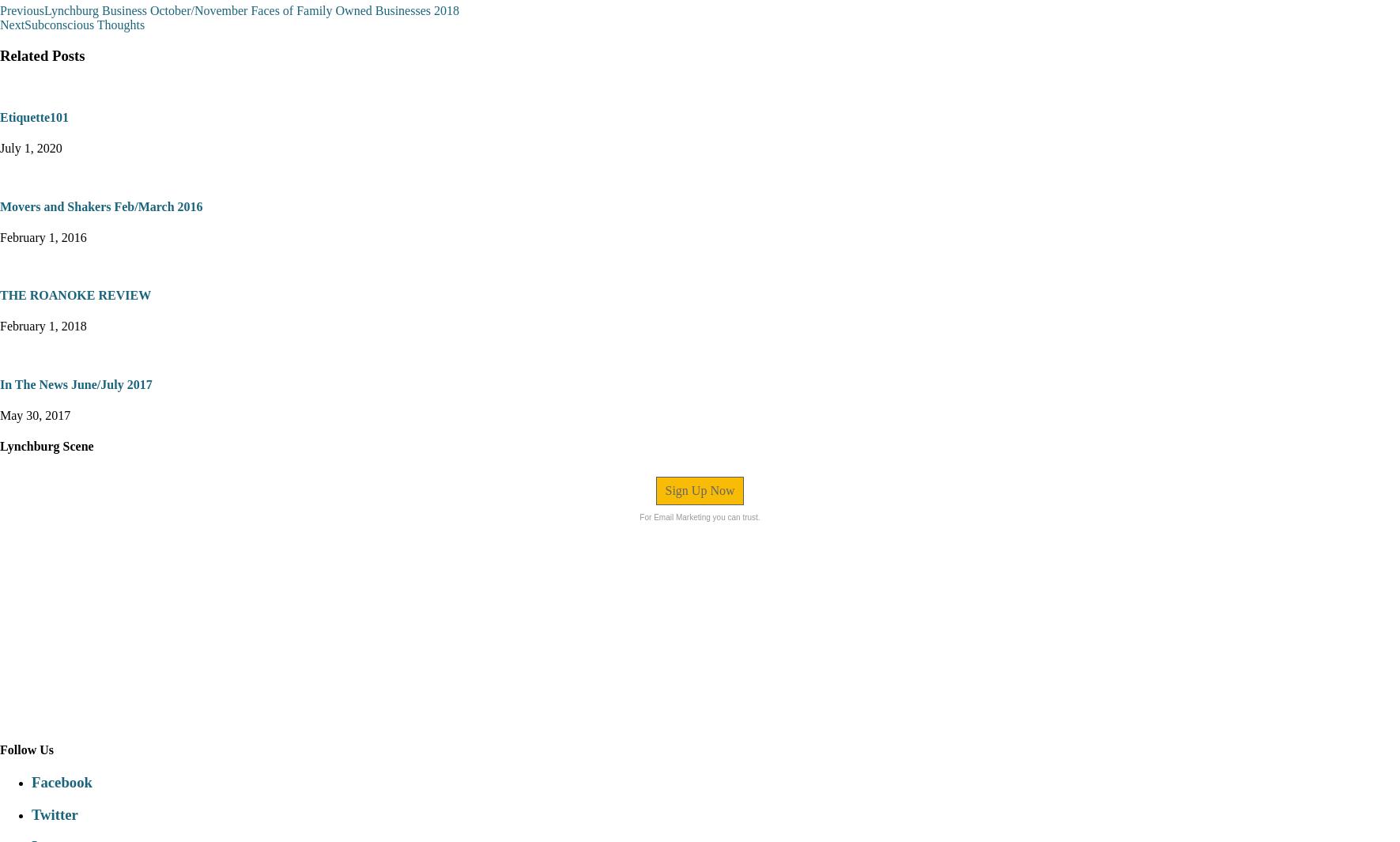 The width and height of the screenshot is (1400, 842). I want to click on 'Movers and Shakers Feb/March 2016', so click(0, 205).